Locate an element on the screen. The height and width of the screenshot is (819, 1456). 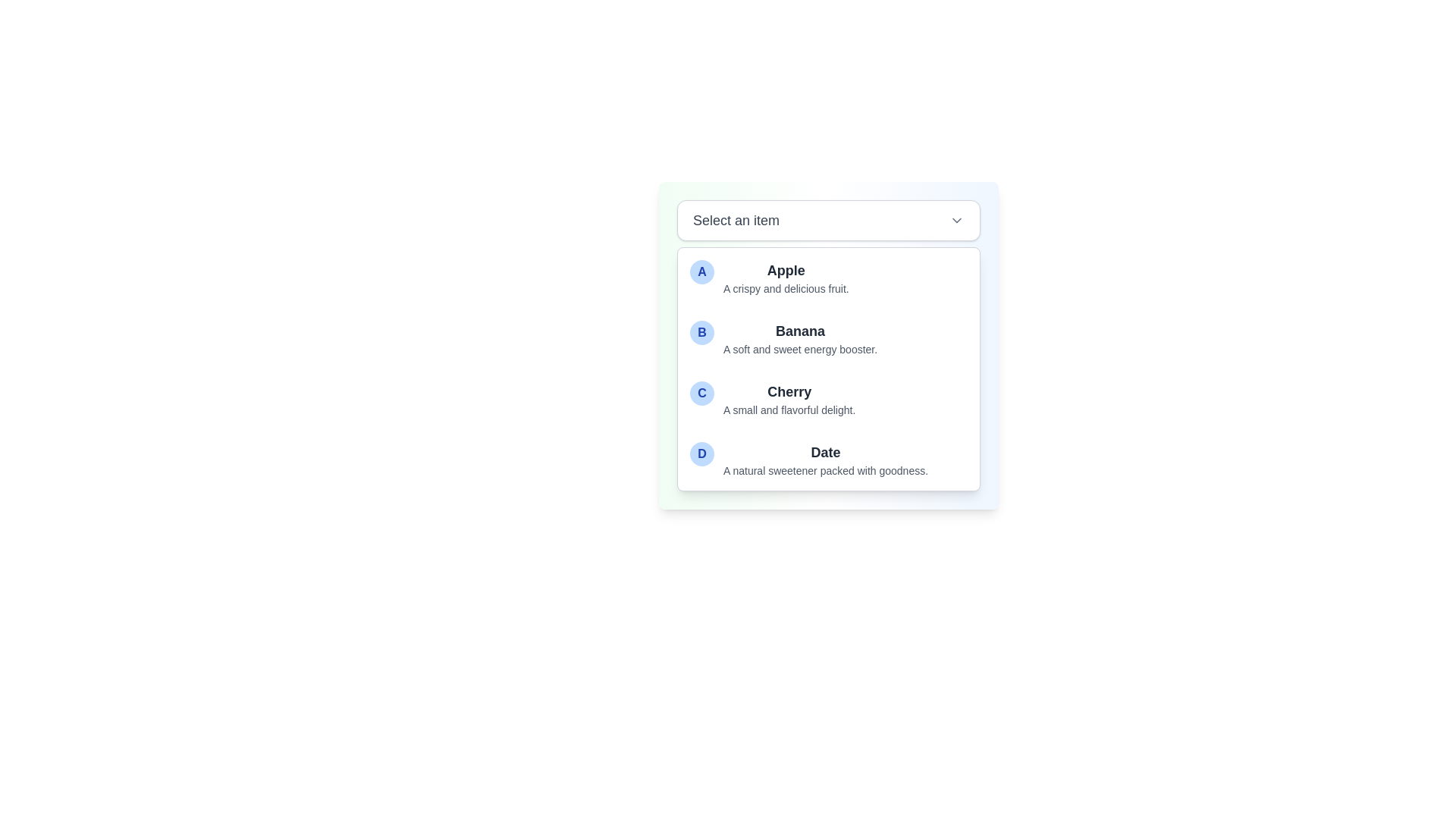
the fourth selectable list item that displays the title 'Date' and the description 'A natural sweetener packed with goodness.' is located at coordinates (825, 459).